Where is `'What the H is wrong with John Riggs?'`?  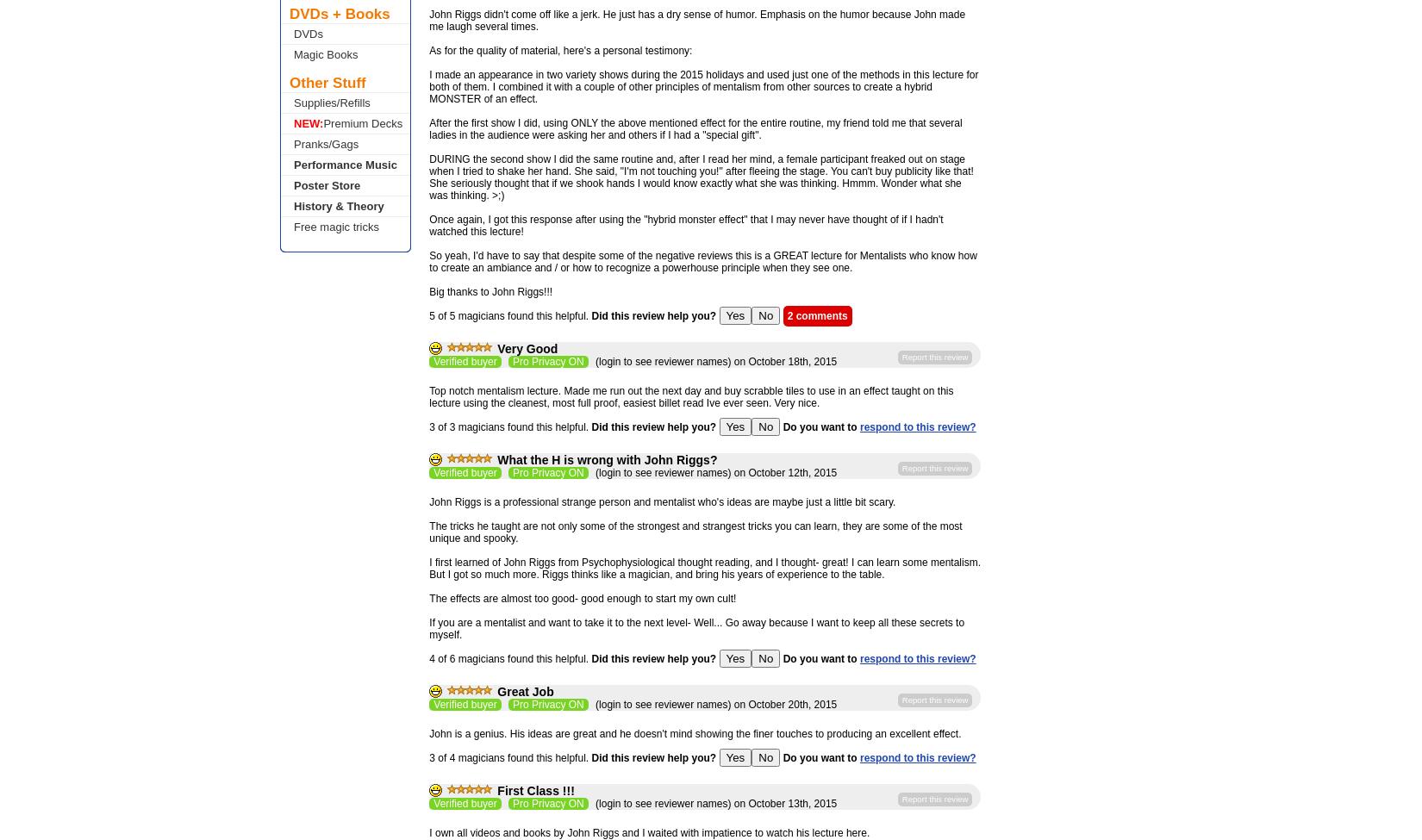 'What the H is wrong with John Riggs?' is located at coordinates (496, 459).